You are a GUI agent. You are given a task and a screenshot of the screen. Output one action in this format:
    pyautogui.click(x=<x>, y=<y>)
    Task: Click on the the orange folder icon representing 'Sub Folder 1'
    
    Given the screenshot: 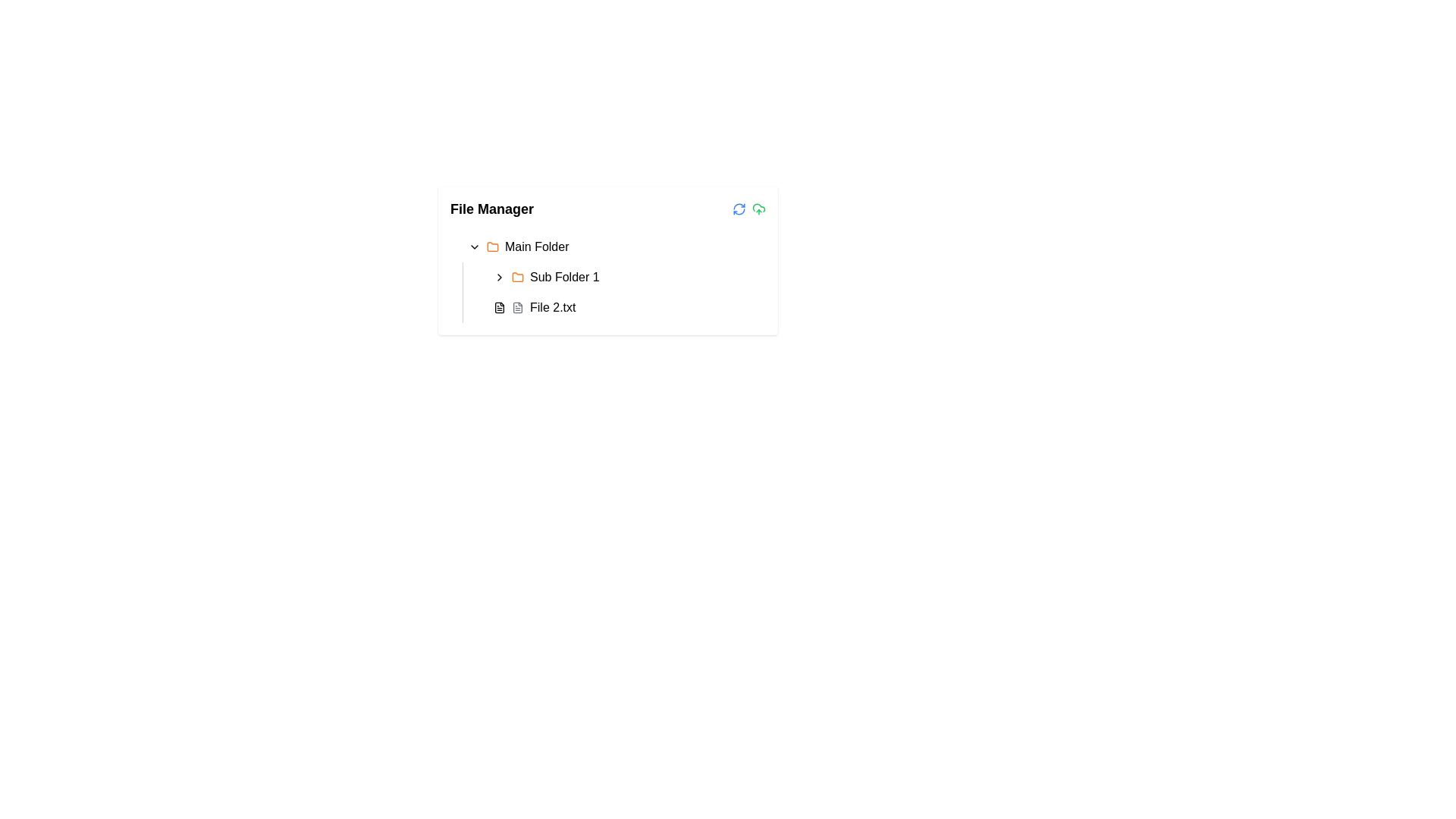 What is the action you would take?
    pyautogui.click(x=517, y=278)
    